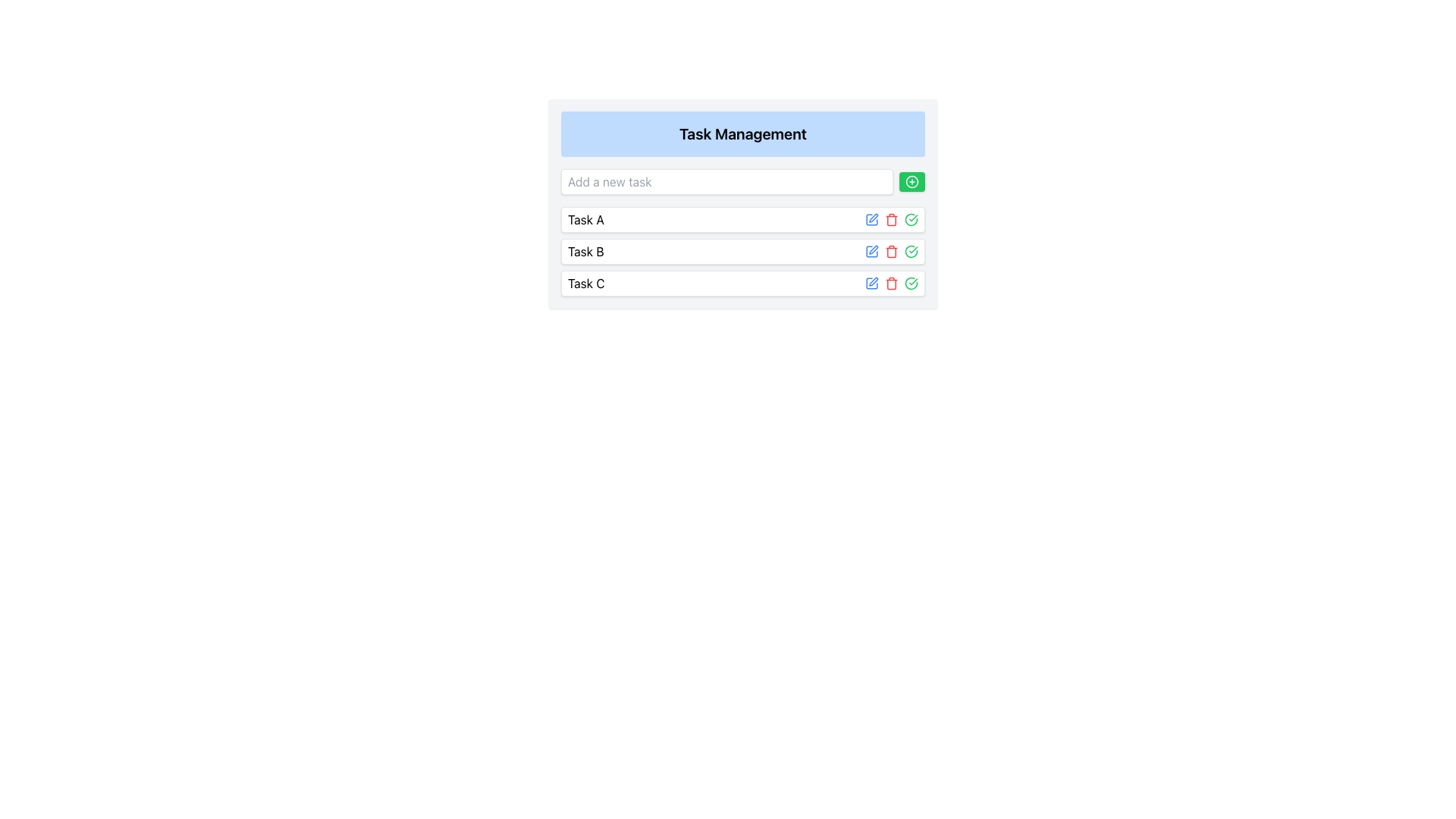 This screenshot has width=1456, height=819. I want to click on the edit button associated with 'Task A', so click(872, 219).